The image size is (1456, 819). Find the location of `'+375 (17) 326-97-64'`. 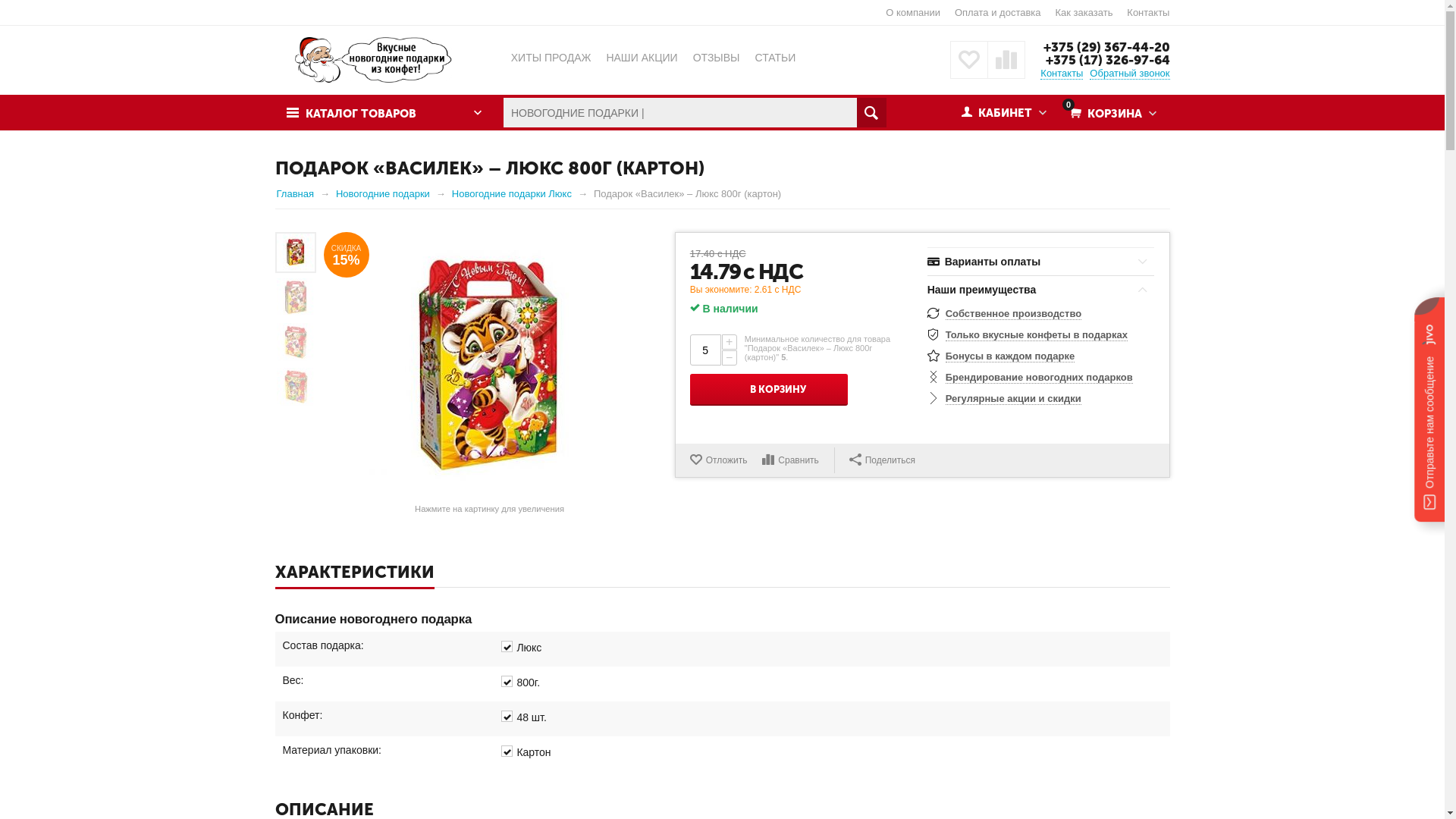

'+375 (17) 326-97-64' is located at coordinates (1043, 58).